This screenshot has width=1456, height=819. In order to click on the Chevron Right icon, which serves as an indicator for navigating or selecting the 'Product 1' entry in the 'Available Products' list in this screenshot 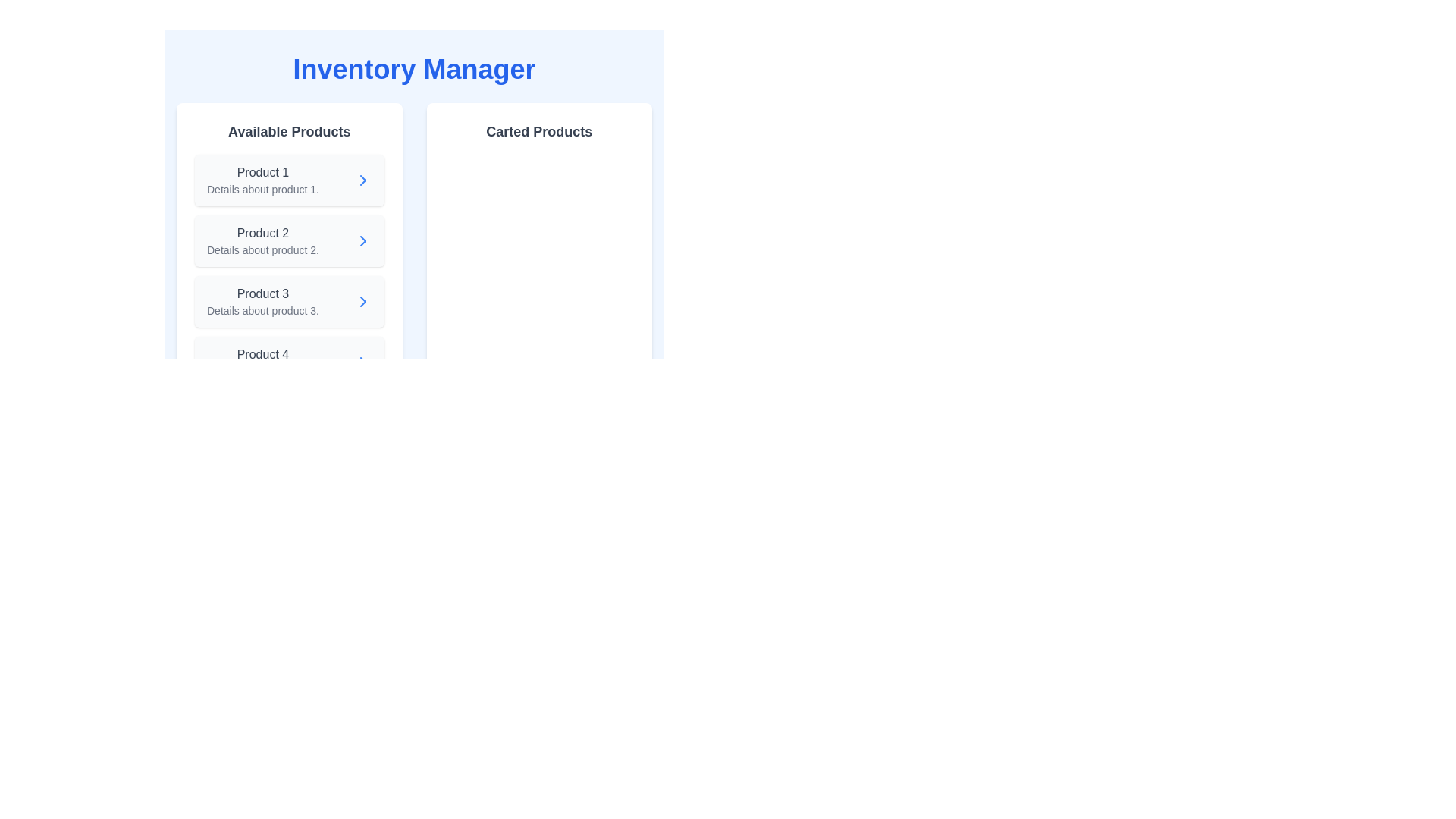, I will do `click(362, 180)`.